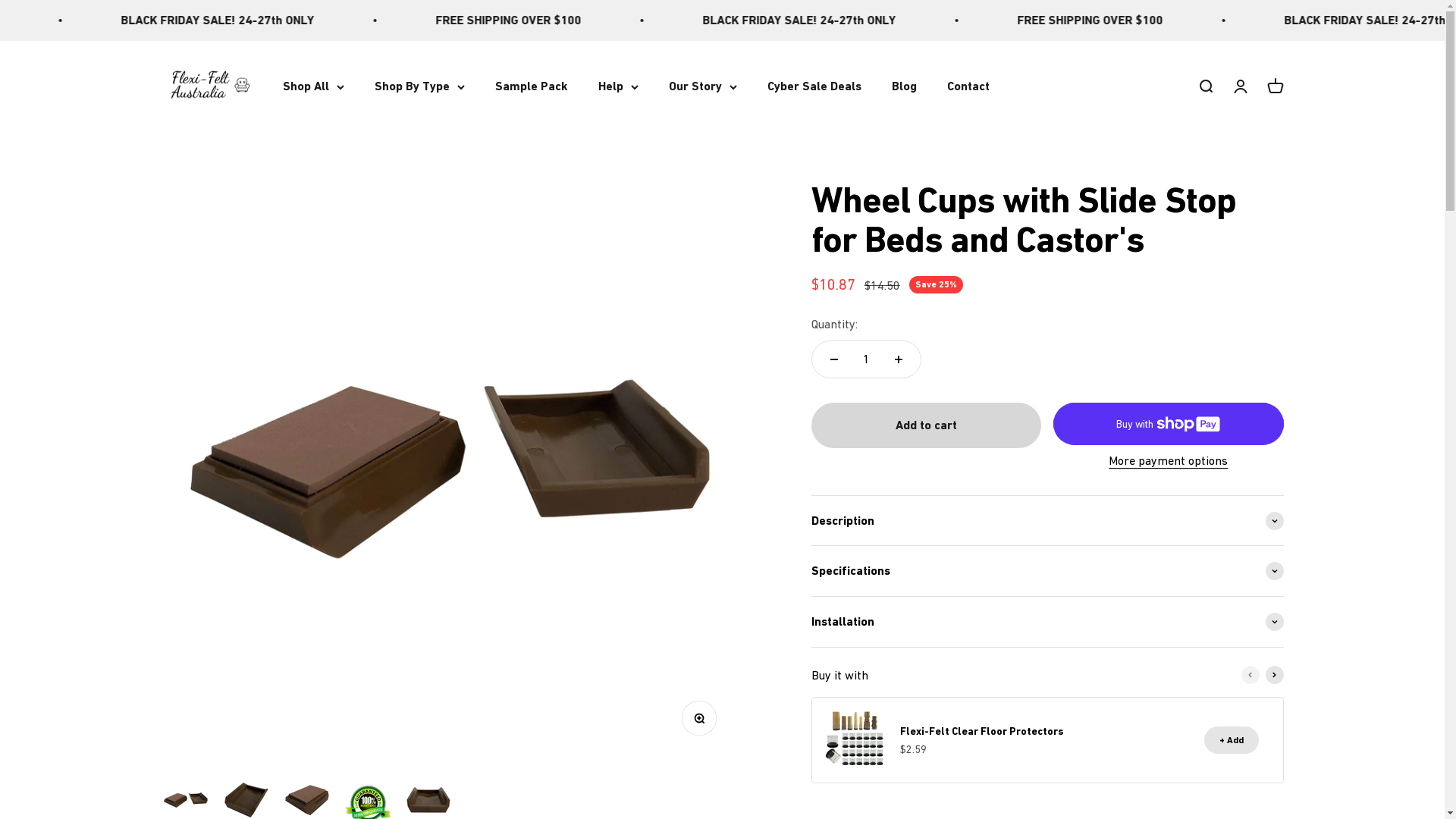 The width and height of the screenshot is (1456, 819). What do you see at coordinates (1231, 739) in the screenshot?
I see `'+ Add'` at bounding box center [1231, 739].